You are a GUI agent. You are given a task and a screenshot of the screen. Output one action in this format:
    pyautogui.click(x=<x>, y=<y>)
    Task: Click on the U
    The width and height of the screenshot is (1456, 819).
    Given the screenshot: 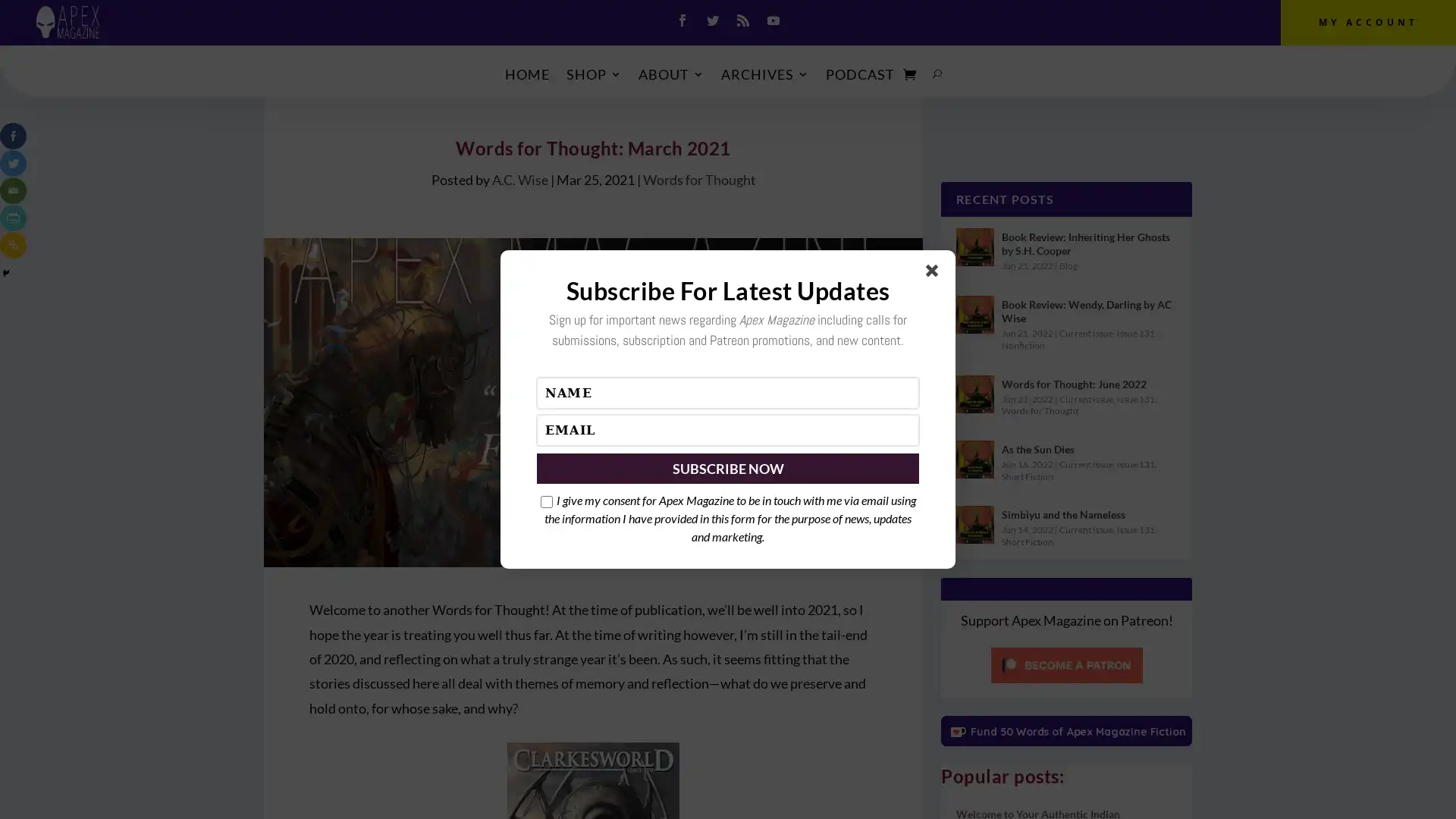 What is the action you would take?
    pyautogui.click(x=937, y=74)
    